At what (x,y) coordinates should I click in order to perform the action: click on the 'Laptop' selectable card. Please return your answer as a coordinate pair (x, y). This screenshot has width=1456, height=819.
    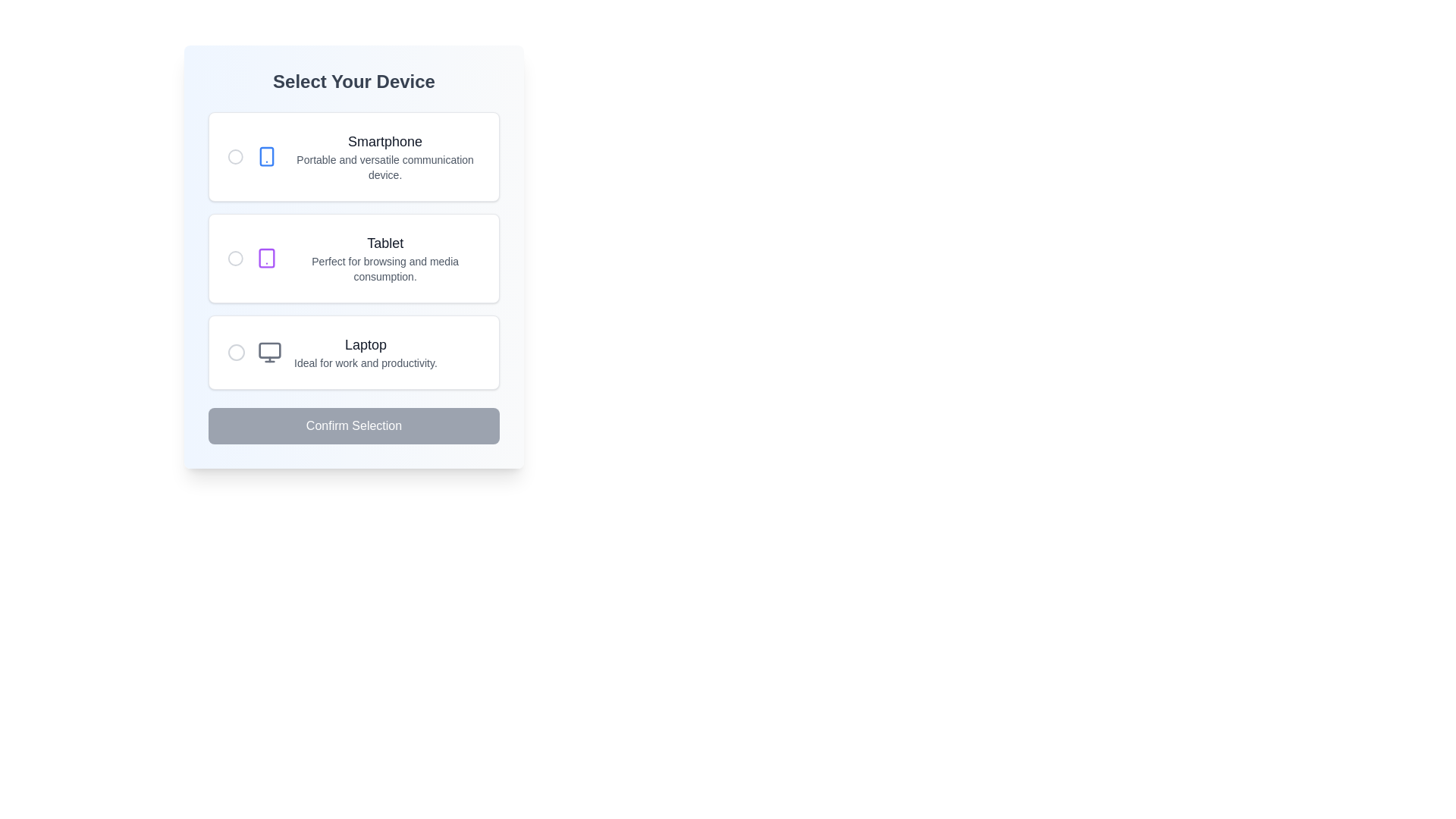
    Looking at the image, I should click on (353, 353).